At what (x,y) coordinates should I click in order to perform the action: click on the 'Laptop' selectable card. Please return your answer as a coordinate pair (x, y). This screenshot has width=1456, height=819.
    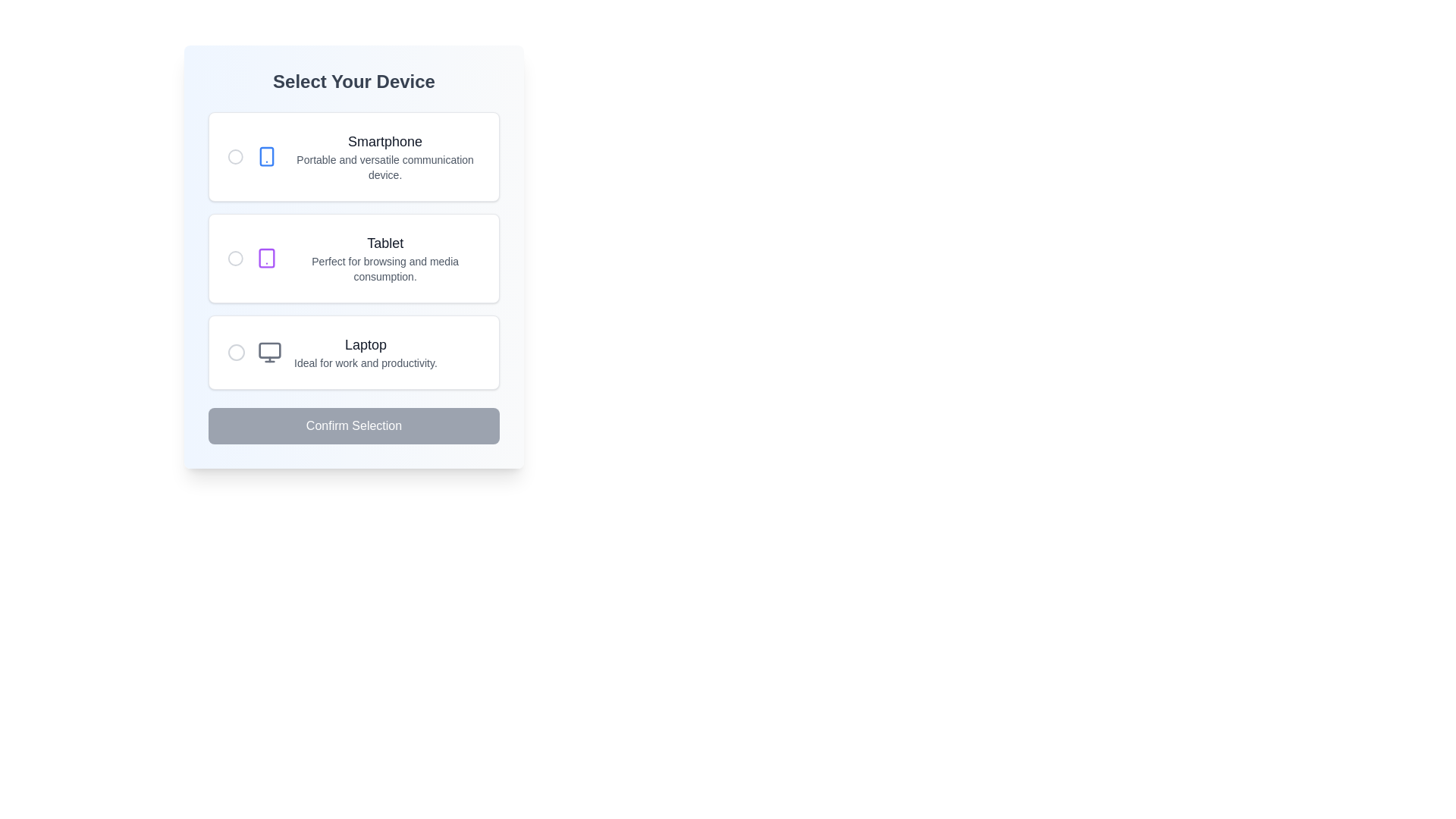
    Looking at the image, I should click on (353, 353).